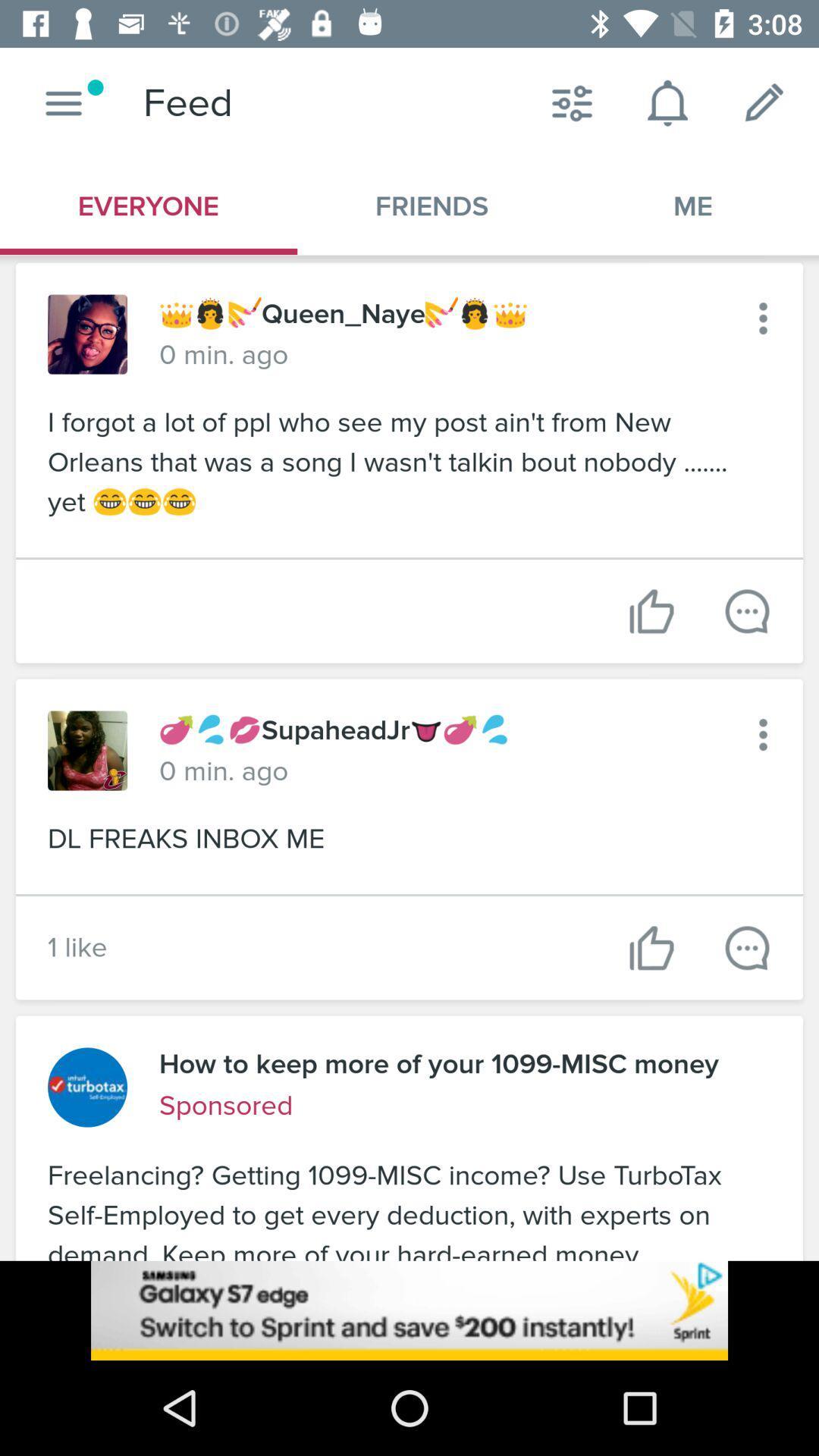 Image resolution: width=819 pixels, height=1456 pixels. Describe the element at coordinates (651, 947) in the screenshot. I see `like` at that location.